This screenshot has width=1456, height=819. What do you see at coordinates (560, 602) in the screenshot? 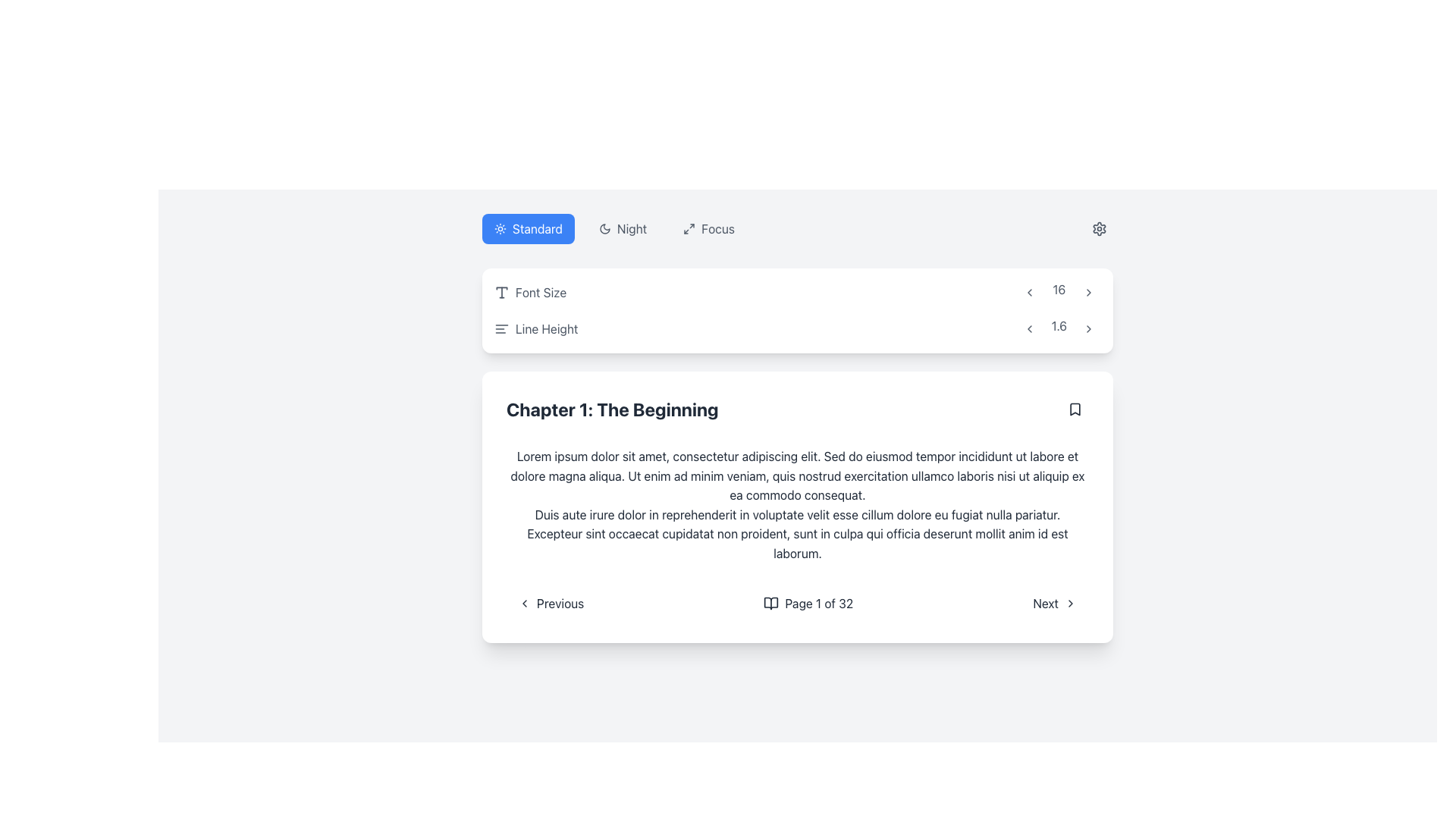
I see `the 'Previous' text label, which indicates a navigational action for paging back, located in the bottom-left corner of the chapter details card` at bounding box center [560, 602].